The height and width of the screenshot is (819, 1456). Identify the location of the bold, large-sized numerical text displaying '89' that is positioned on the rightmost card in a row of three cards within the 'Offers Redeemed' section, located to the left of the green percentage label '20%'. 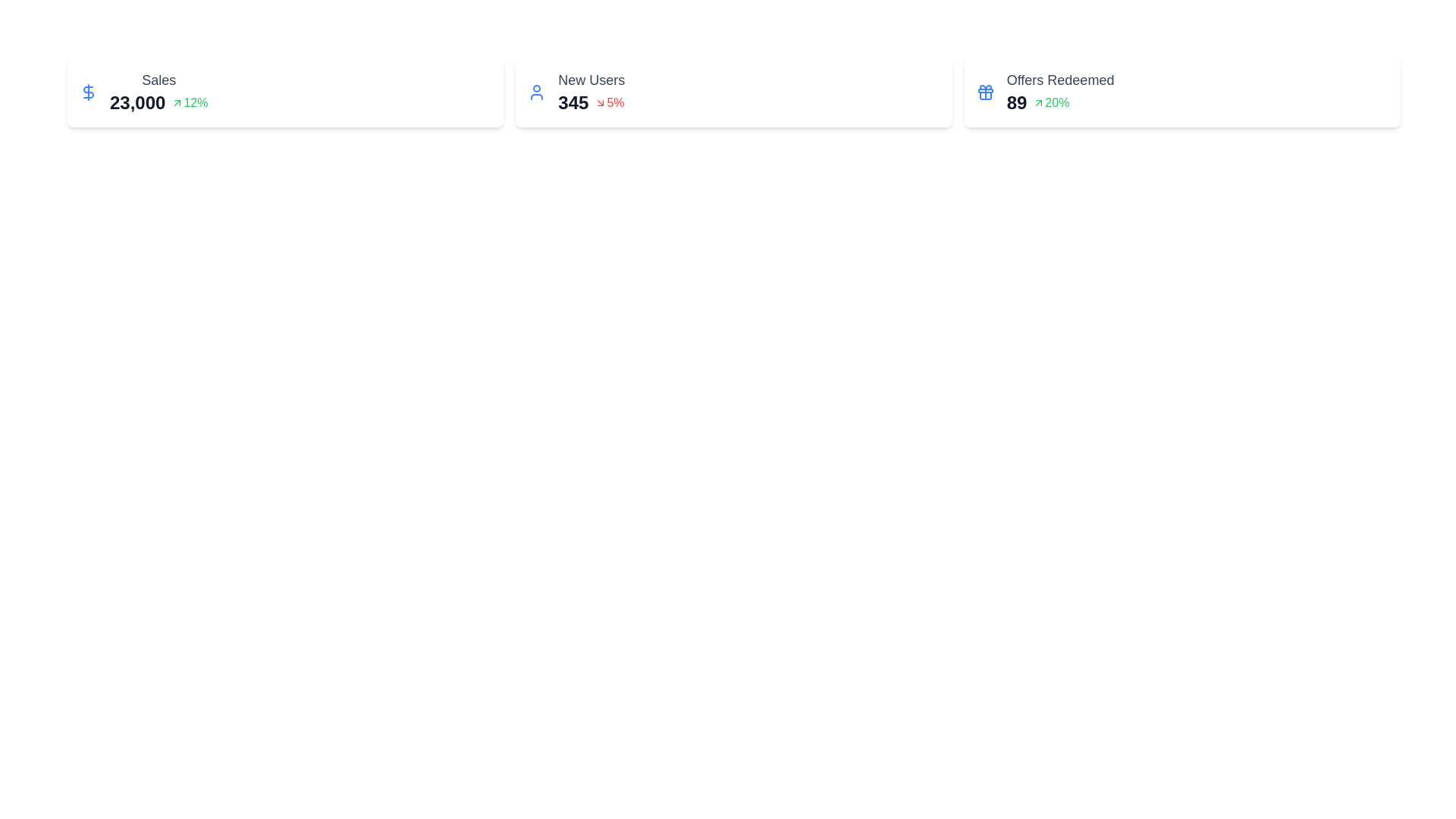
(1016, 102).